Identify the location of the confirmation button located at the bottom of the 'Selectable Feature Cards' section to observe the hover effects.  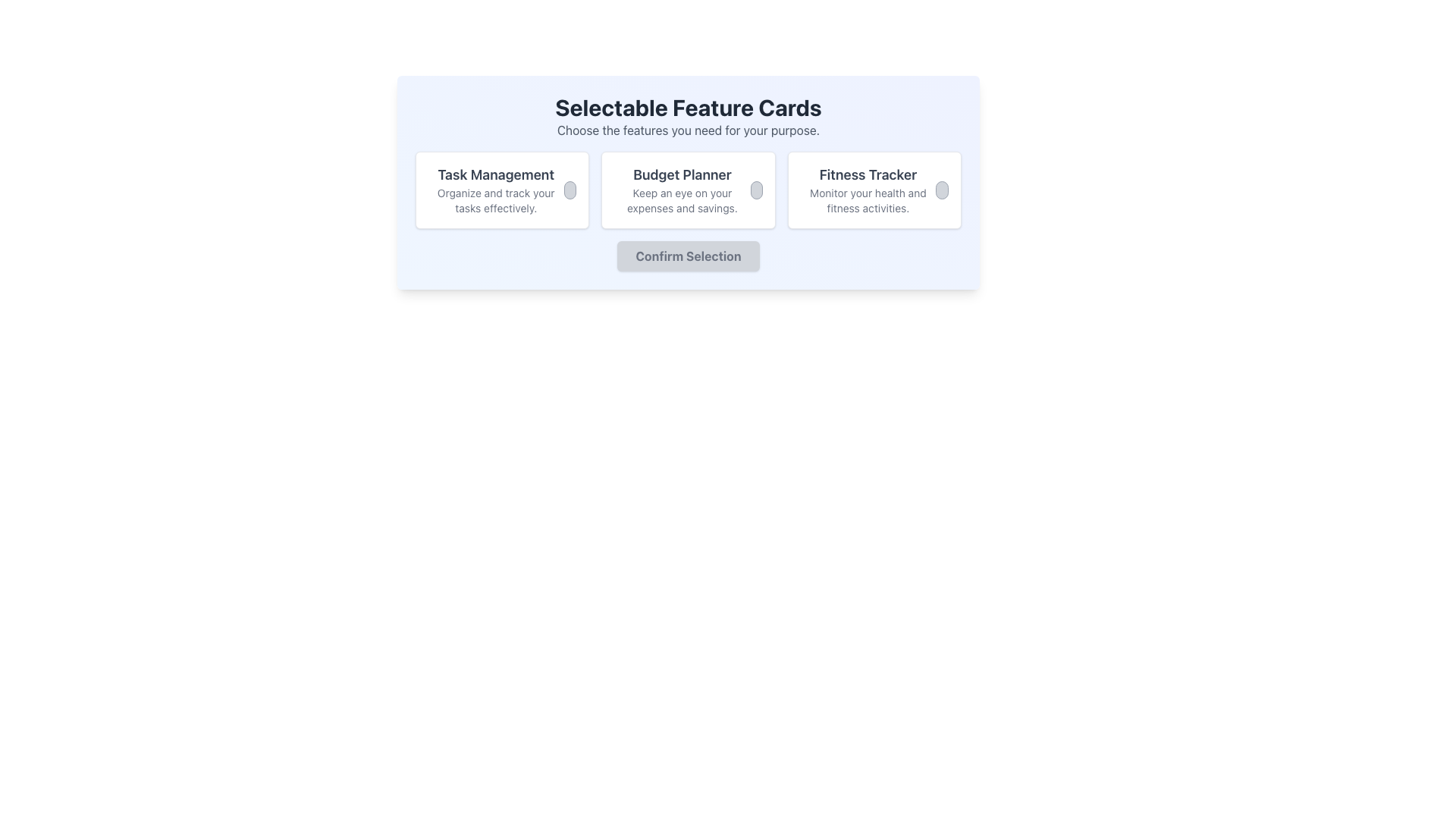
(687, 256).